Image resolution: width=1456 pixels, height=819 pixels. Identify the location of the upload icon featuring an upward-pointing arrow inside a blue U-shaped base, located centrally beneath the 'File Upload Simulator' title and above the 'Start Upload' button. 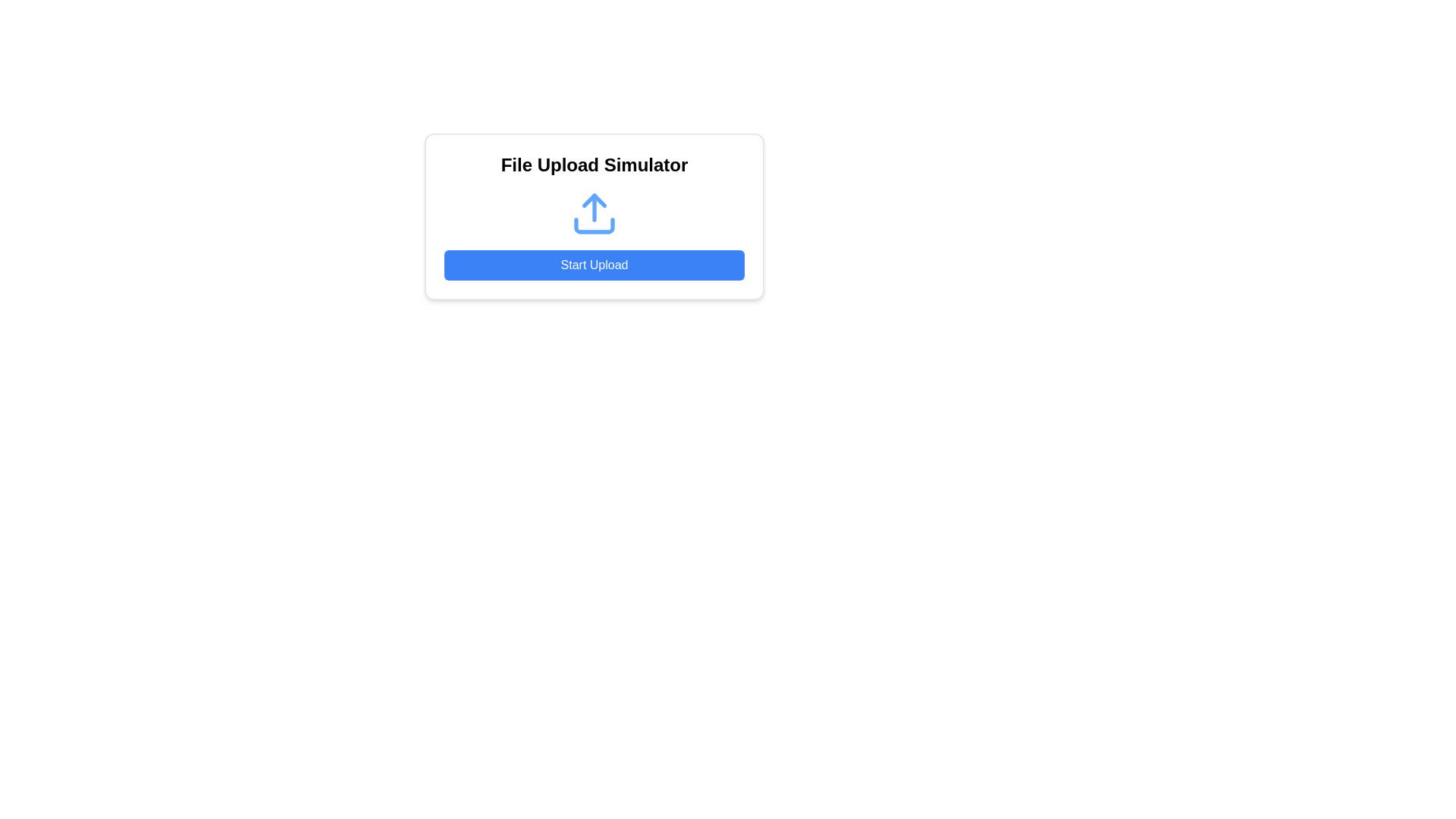
(593, 213).